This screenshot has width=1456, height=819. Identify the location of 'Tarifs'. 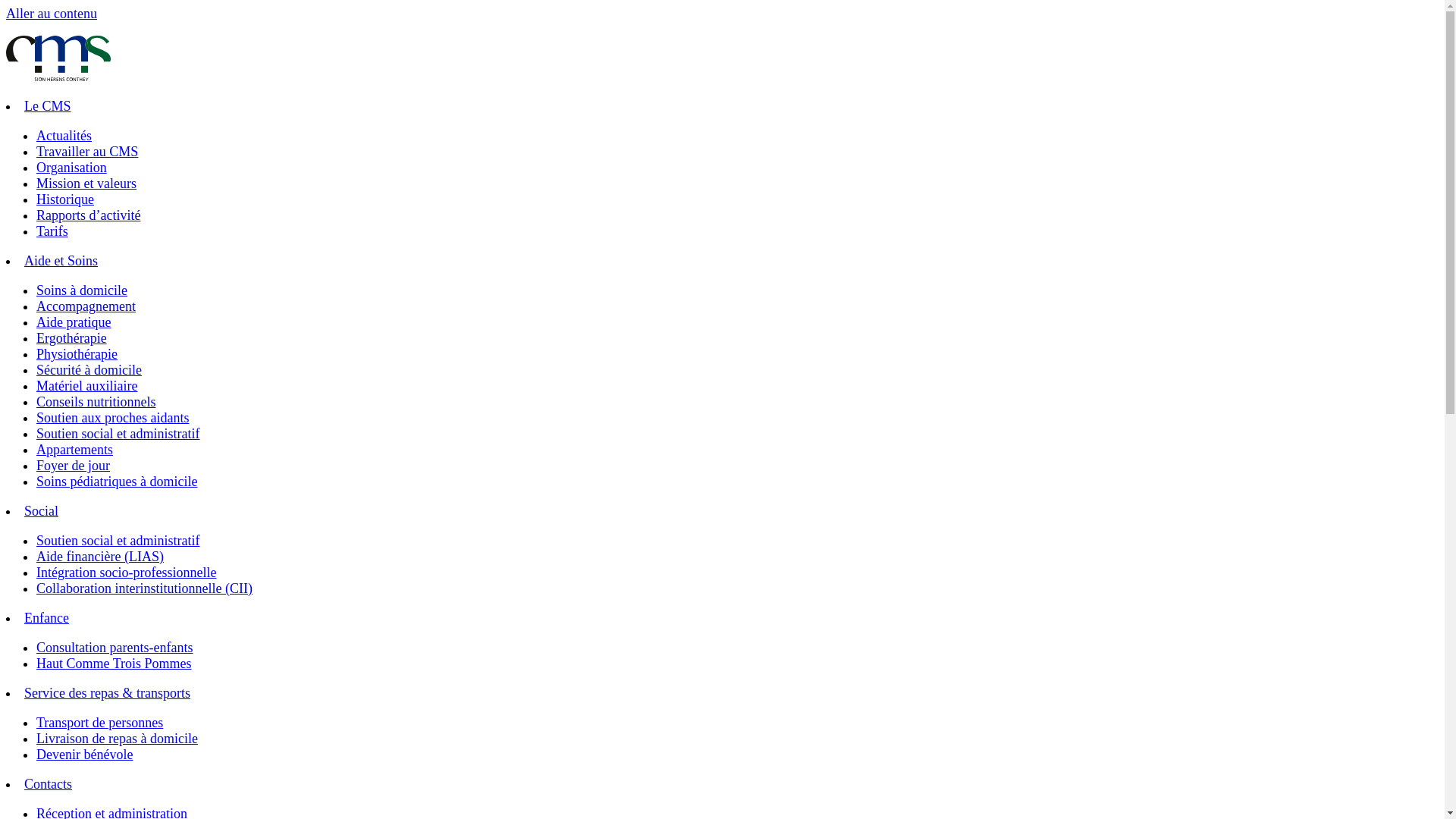
(52, 231).